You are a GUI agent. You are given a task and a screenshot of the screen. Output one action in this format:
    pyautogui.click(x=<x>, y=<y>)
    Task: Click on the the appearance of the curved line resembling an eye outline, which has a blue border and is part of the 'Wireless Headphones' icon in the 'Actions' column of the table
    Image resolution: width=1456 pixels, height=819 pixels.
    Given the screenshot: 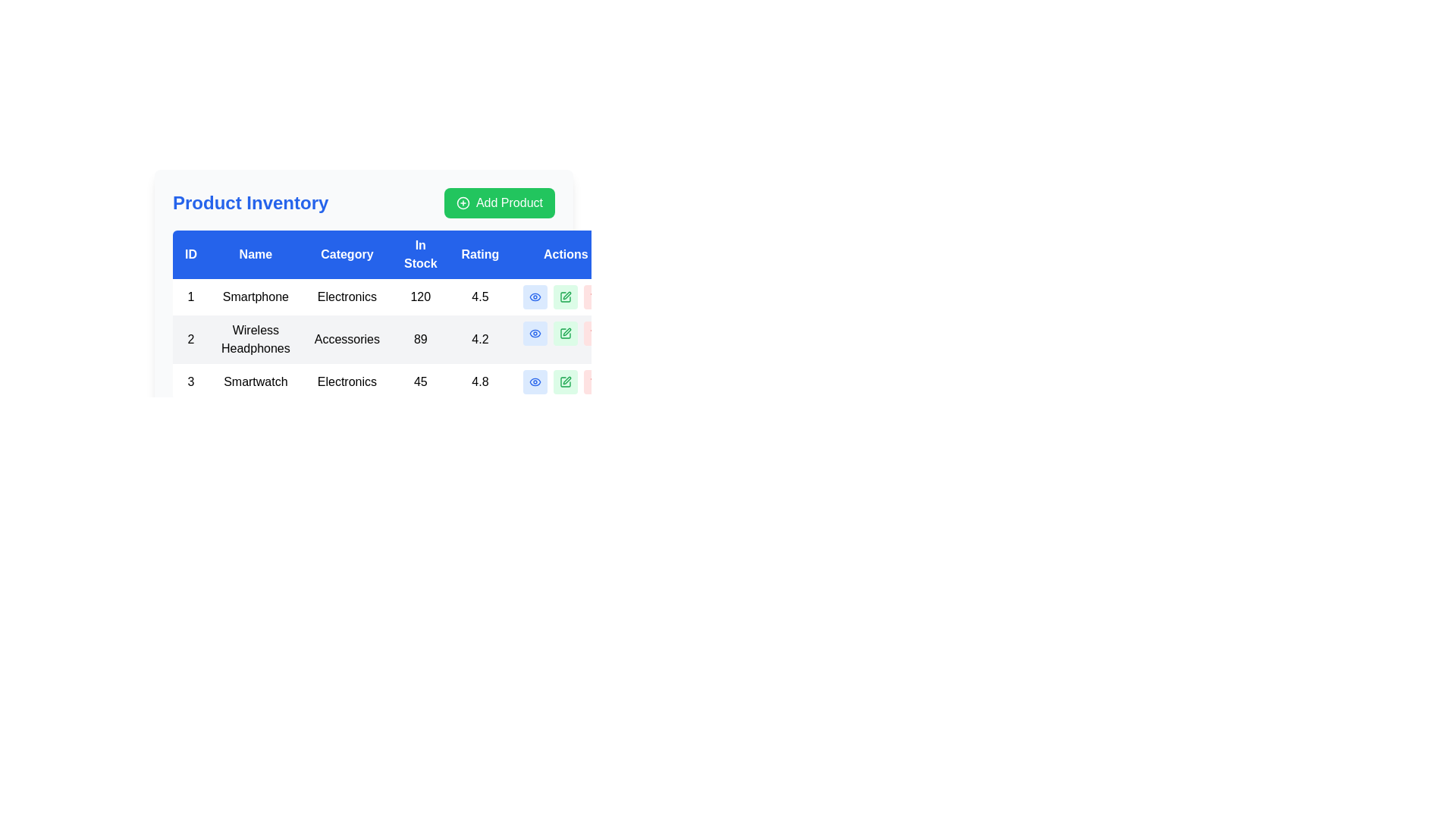 What is the action you would take?
    pyautogui.click(x=535, y=332)
    